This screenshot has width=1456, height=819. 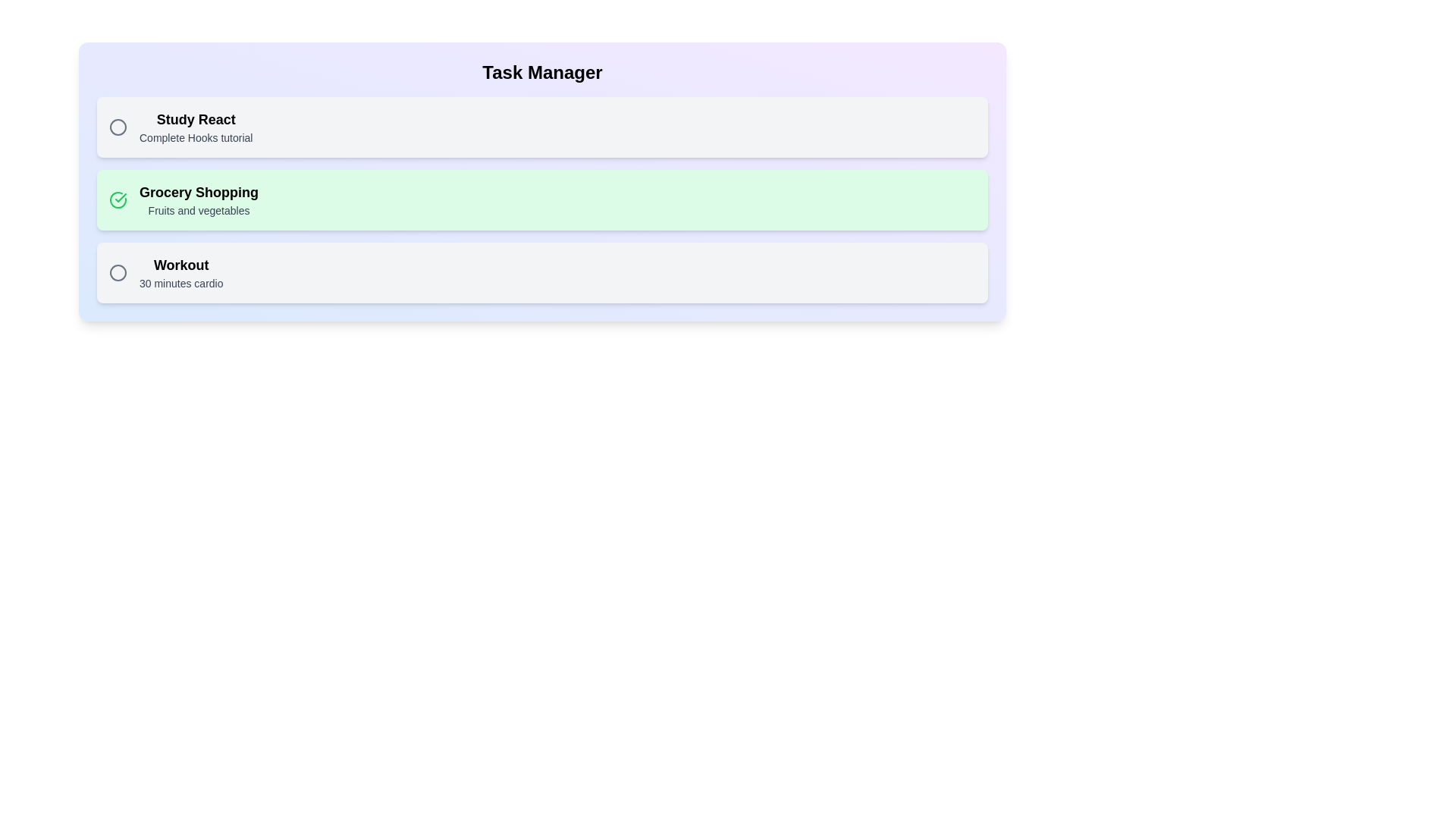 I want to click on the text label providing additional details about the 'Study React' task, located directly below the title, so click(x=195, y=137).